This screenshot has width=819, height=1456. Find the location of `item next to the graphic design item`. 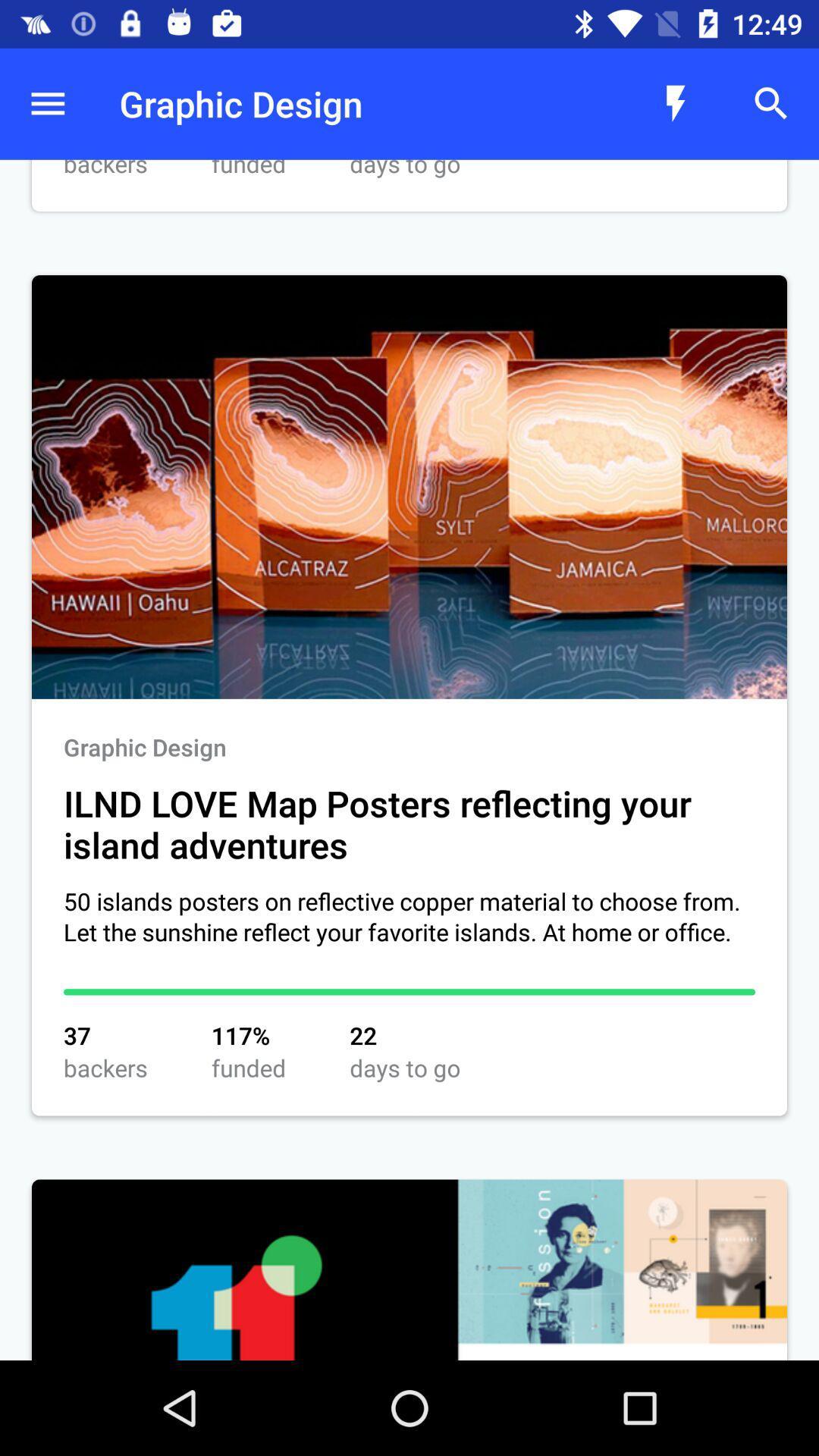

item next to the graphic design item is located at coordinates (46, 103).